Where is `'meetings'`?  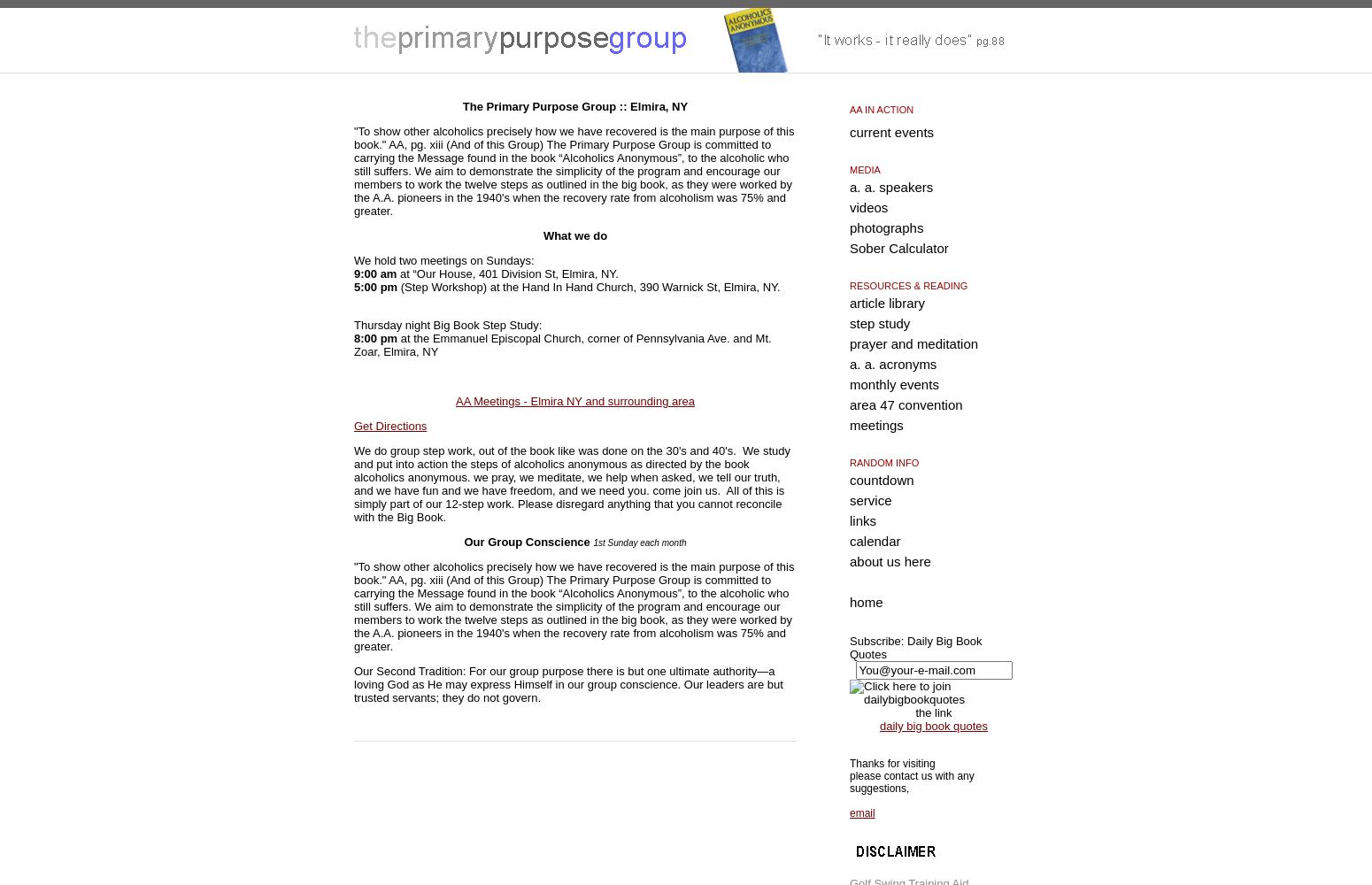
'meetings' is located at coordinates (875, 424).